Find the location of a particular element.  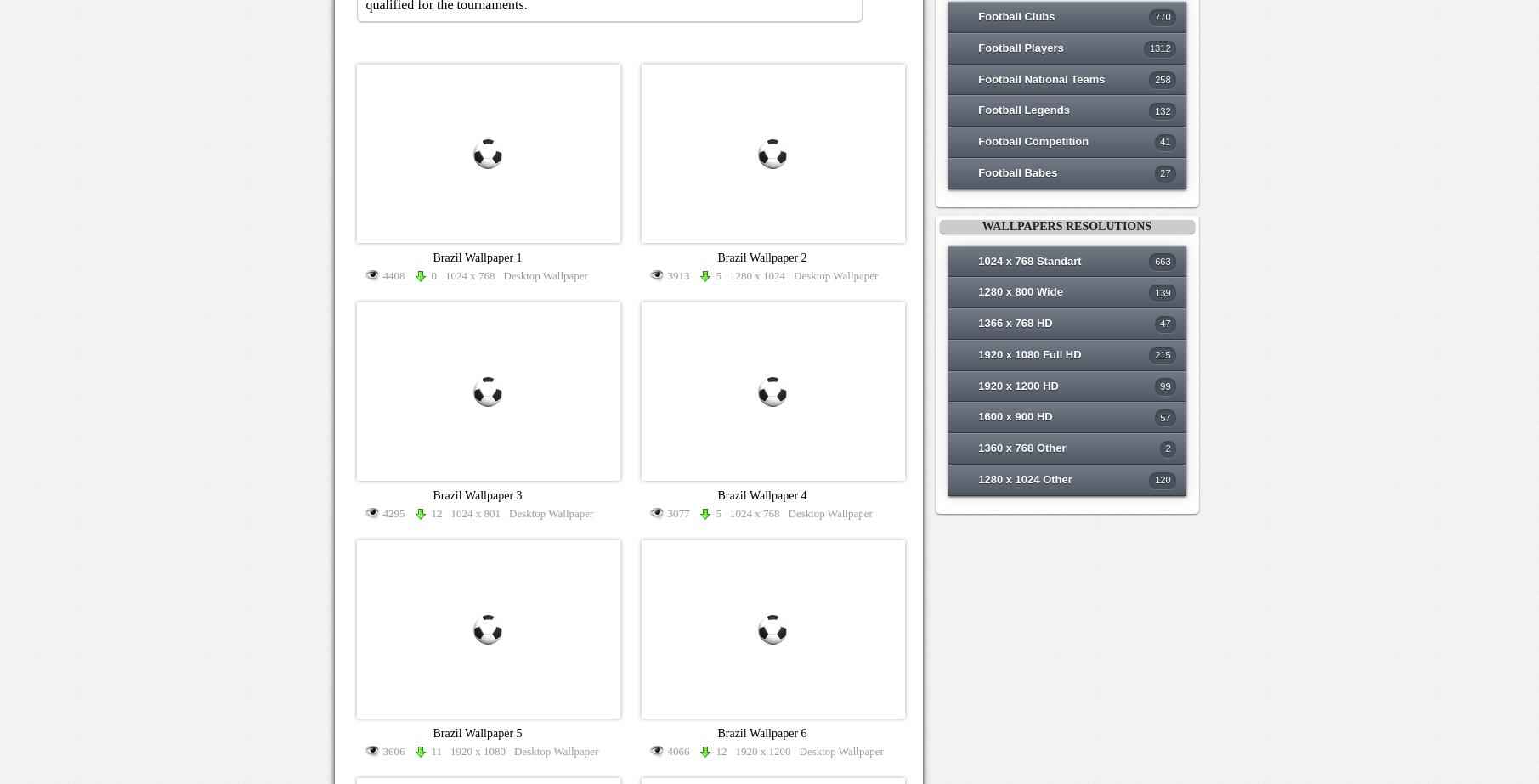

'Football Players' is located at coordinates (1020, 47).